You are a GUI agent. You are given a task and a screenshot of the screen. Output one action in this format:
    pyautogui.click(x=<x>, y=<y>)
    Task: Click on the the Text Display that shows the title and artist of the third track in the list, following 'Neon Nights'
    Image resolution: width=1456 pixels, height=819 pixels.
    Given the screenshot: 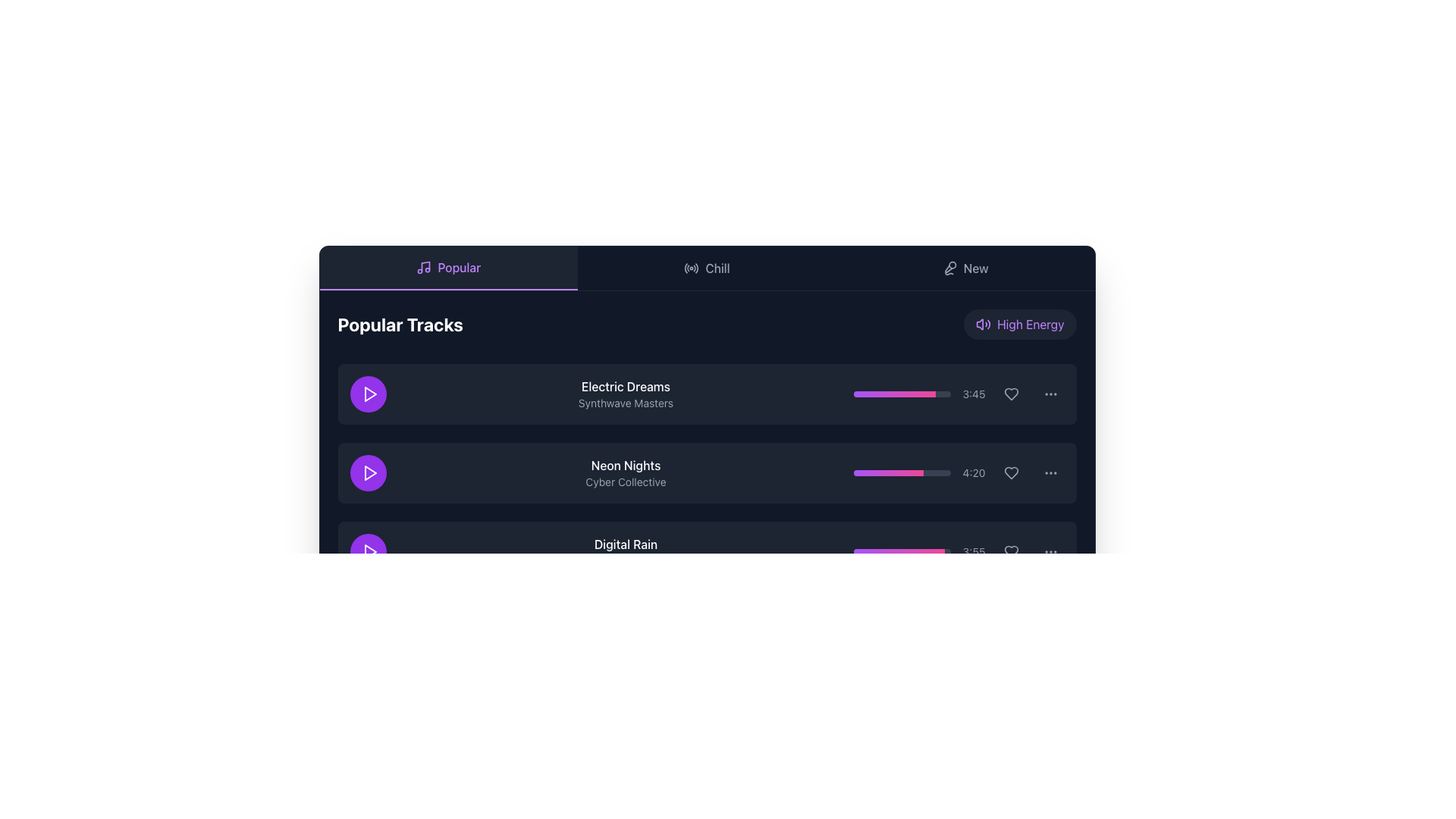 What is the action you would take?
    pyautogui.click(x=626, y=552)
    